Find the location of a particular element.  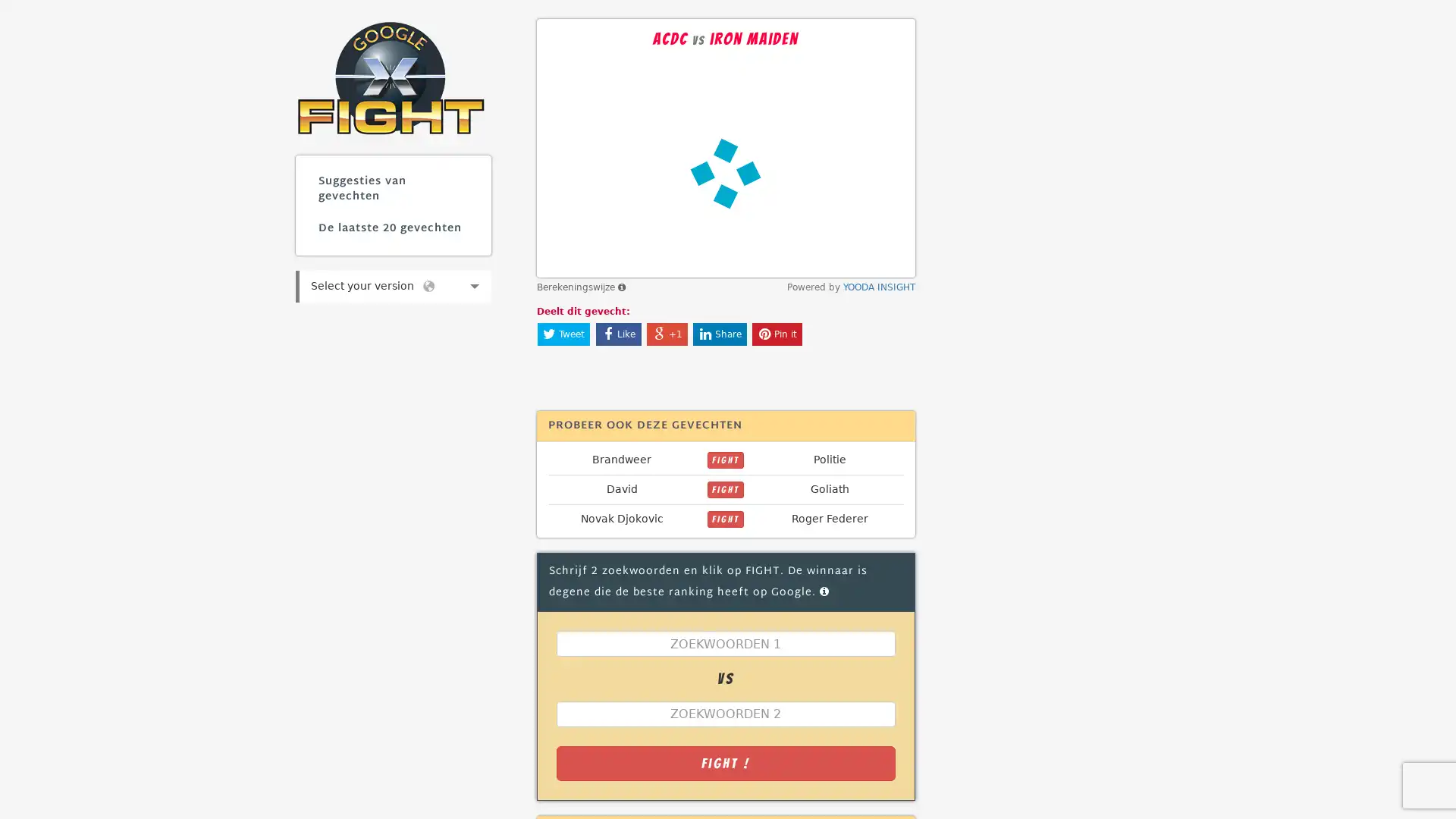

FIGHT is located at coordinates (724, 489).